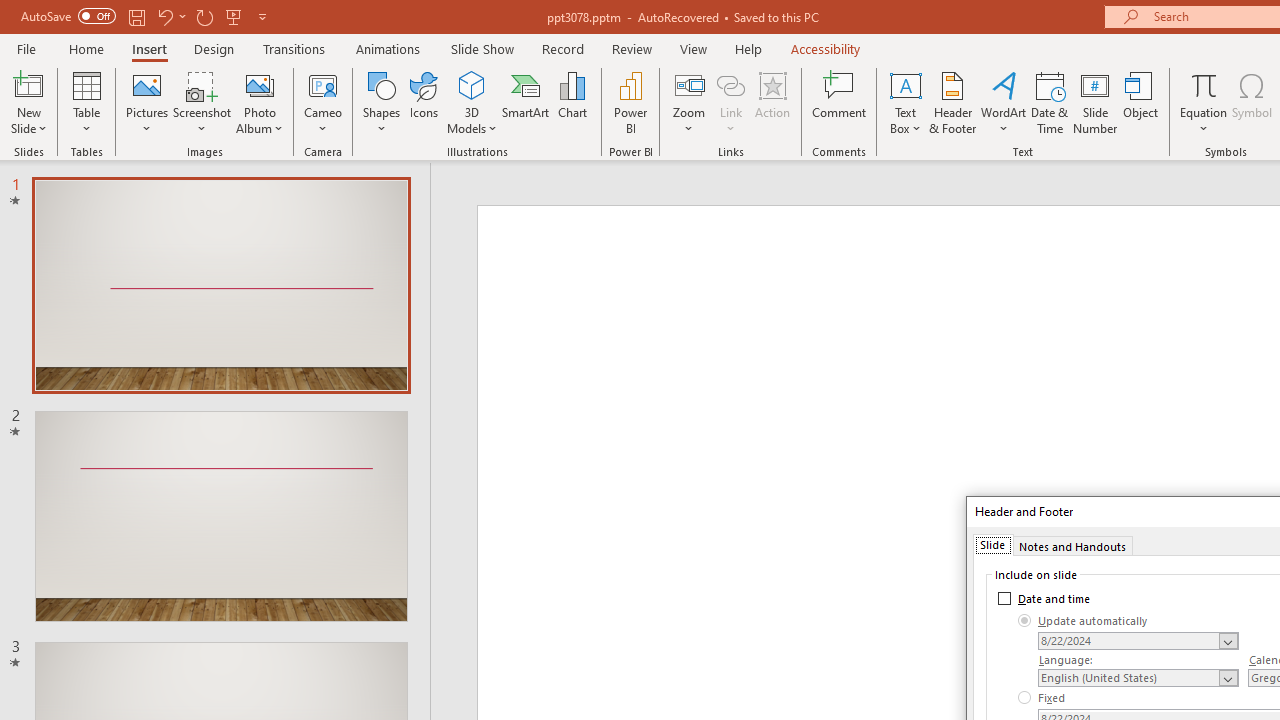 The height and width of the screenshot is (720, 1280). Describe the element at coordinates (1251, 103) in the screenshot. I see `'Symbol...'` at that location.